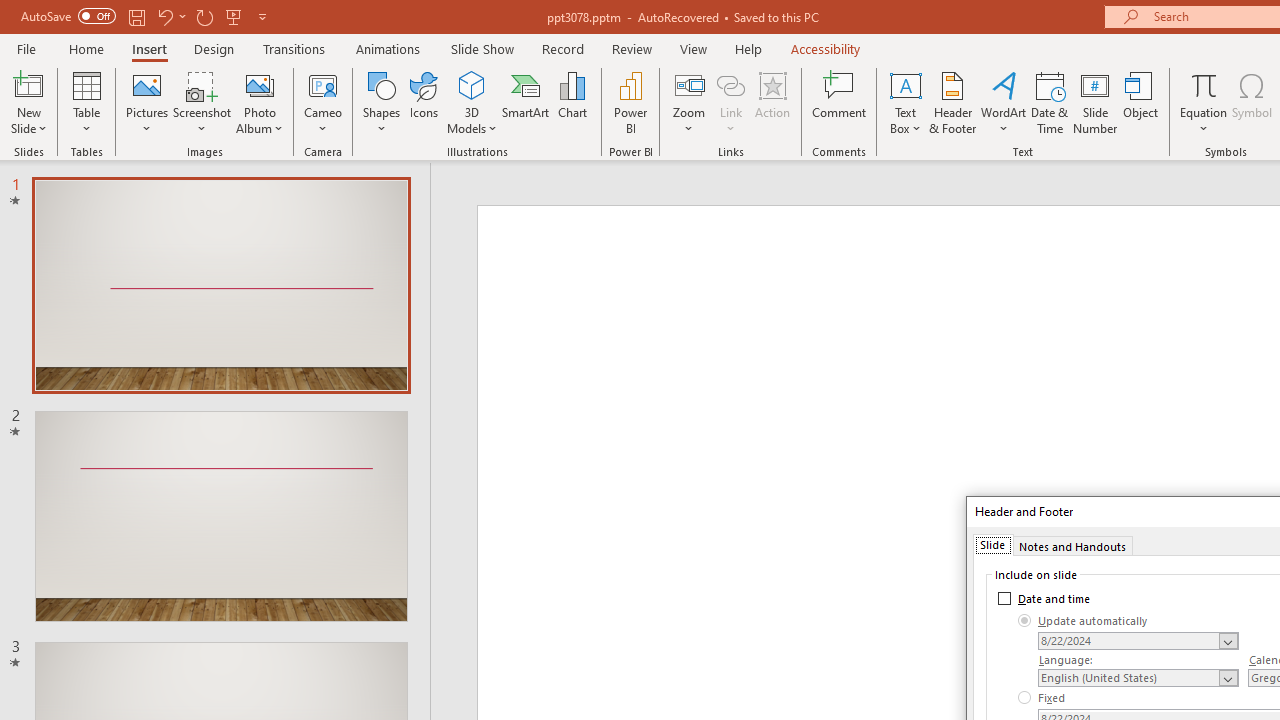 The height and width of the screenshot is (720, 1280). Describe the element at coordinates (1251, 103) in the screenshot. I see `'Symbol...'` at that location.